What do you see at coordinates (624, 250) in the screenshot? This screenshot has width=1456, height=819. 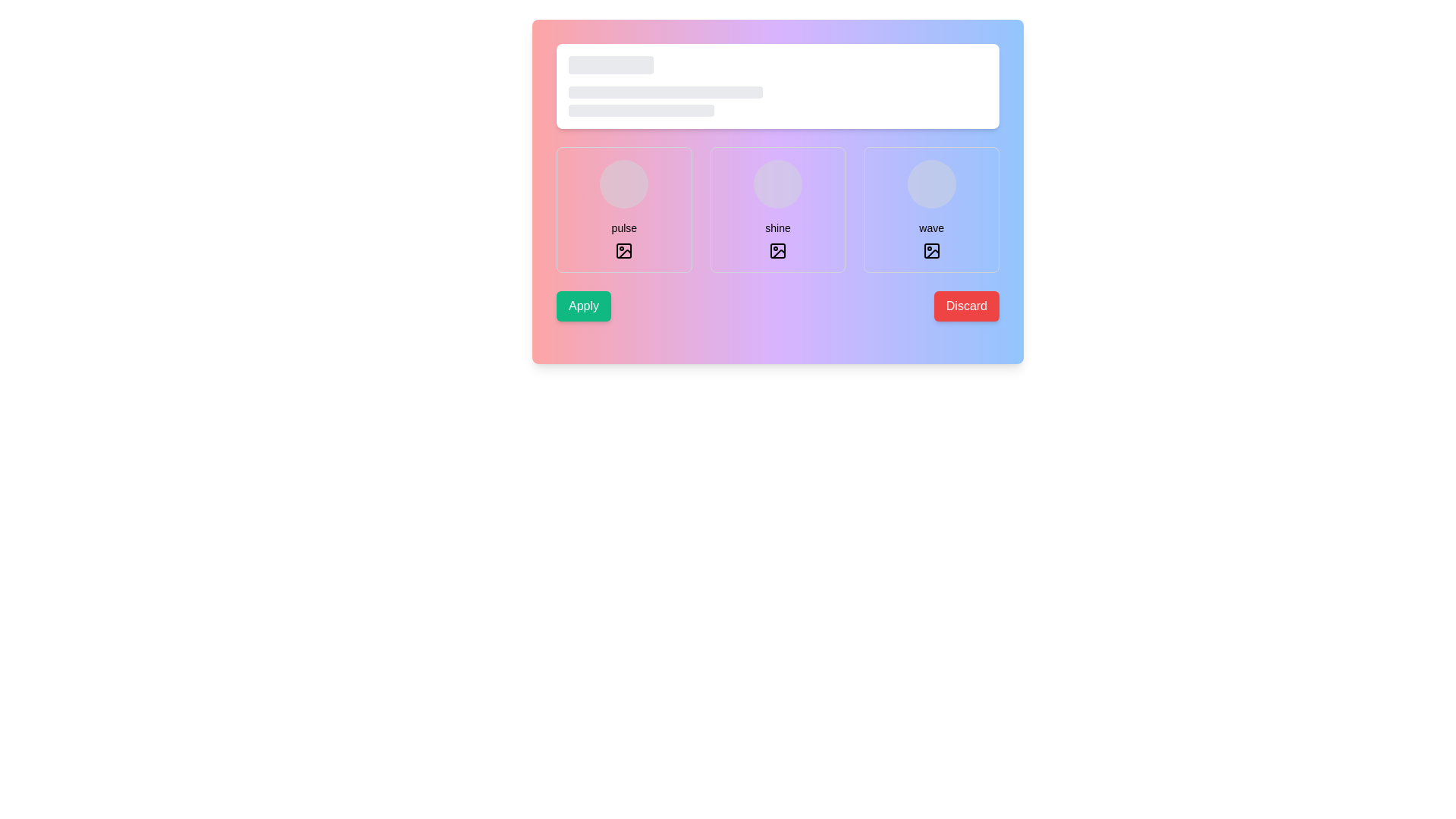 I see `the icon that serves as a visual placeholder or indicator within the bottom part of the 'pulse' card interface, positioned below a circular shape and the 'pulse' text label` at bounding box center [624, 250].